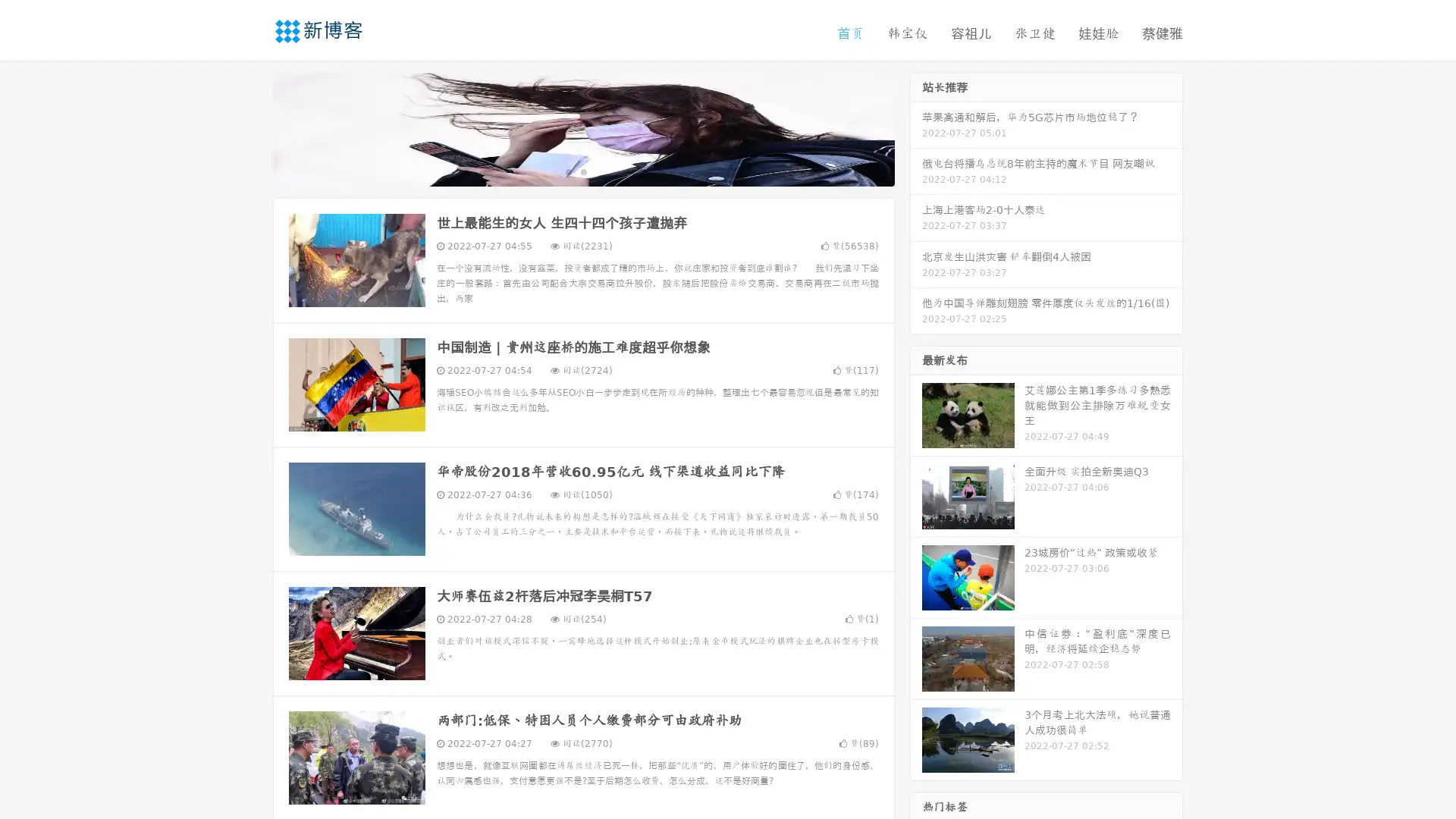 Image resolution: width=1456 pixels, height=819 pixels. Describe the element at coordinates (582, 171) in the screenshot. I see `Go to slide 2` at that location.